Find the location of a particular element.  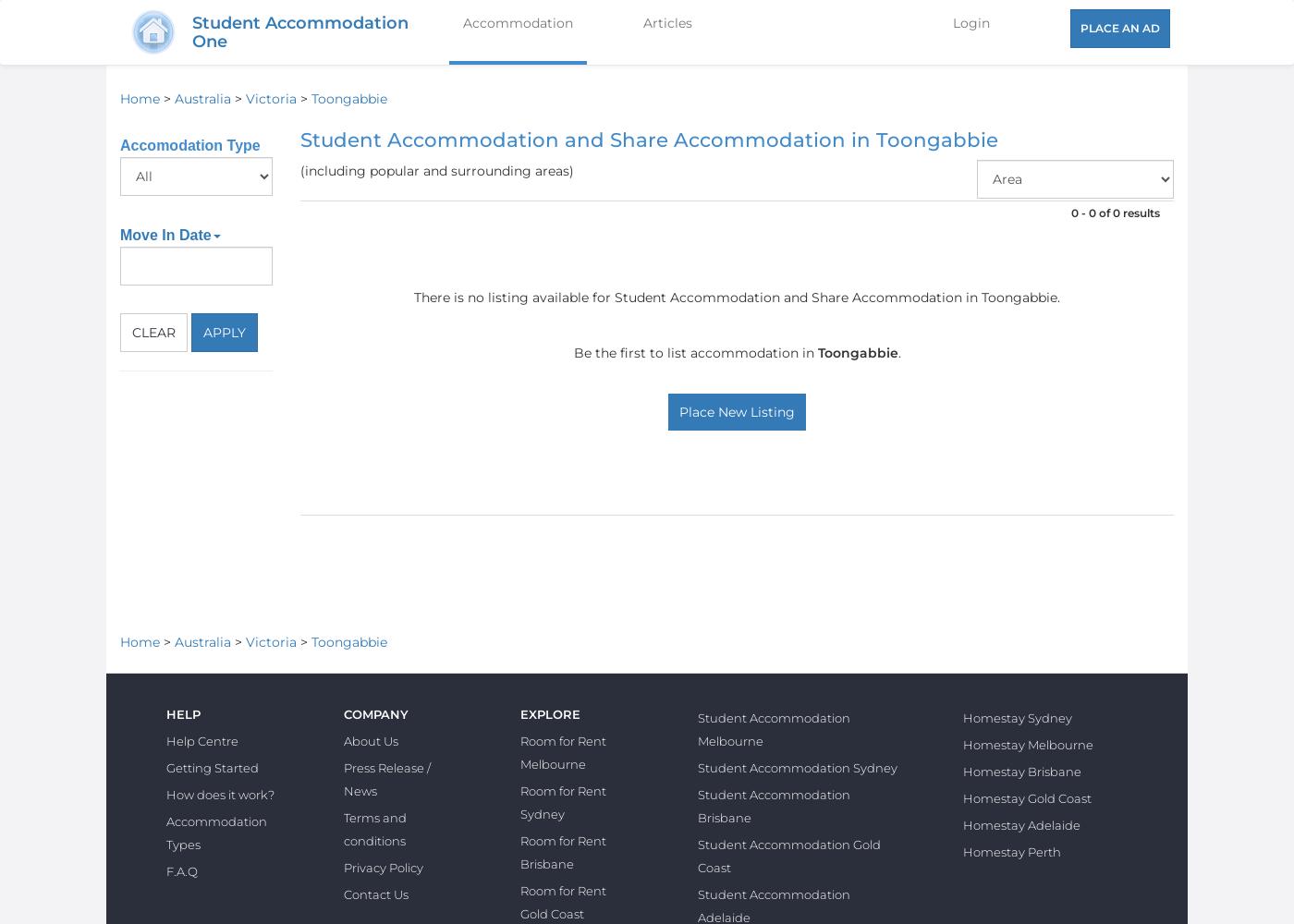

'Help' is located at coordinates (183, 714).